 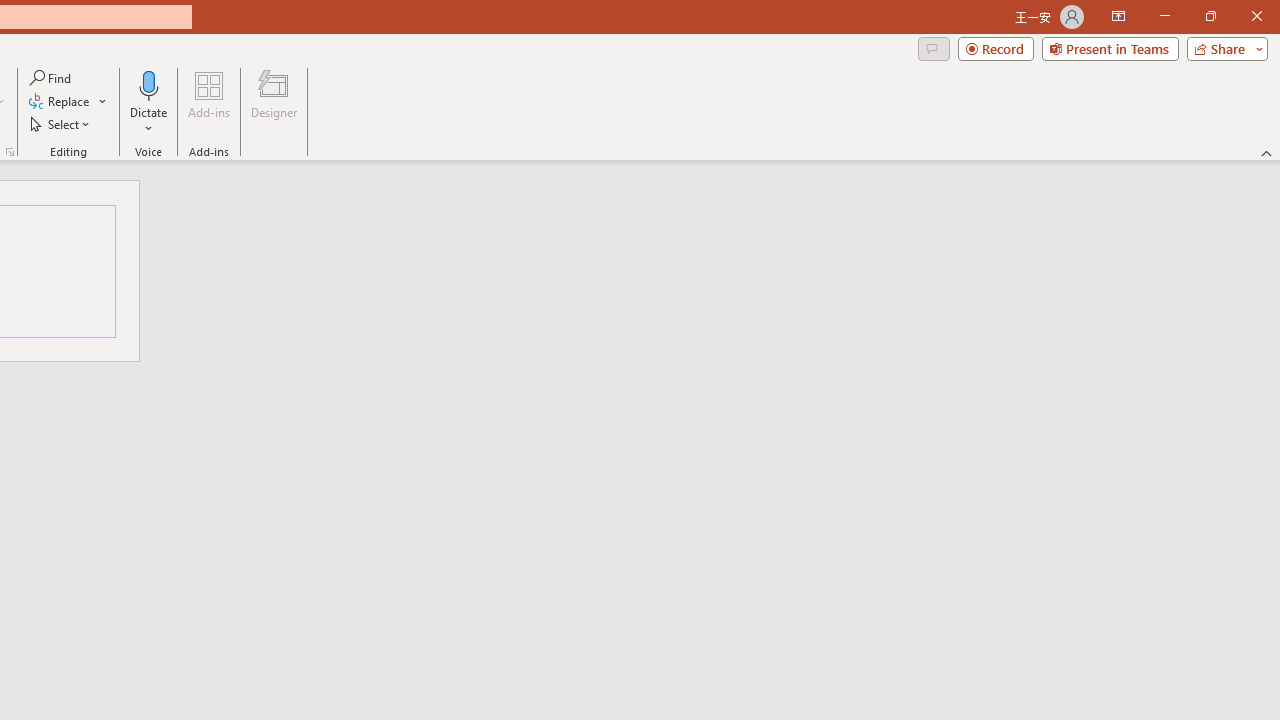 I want to click on 'Select', so click(x=61, y=124).